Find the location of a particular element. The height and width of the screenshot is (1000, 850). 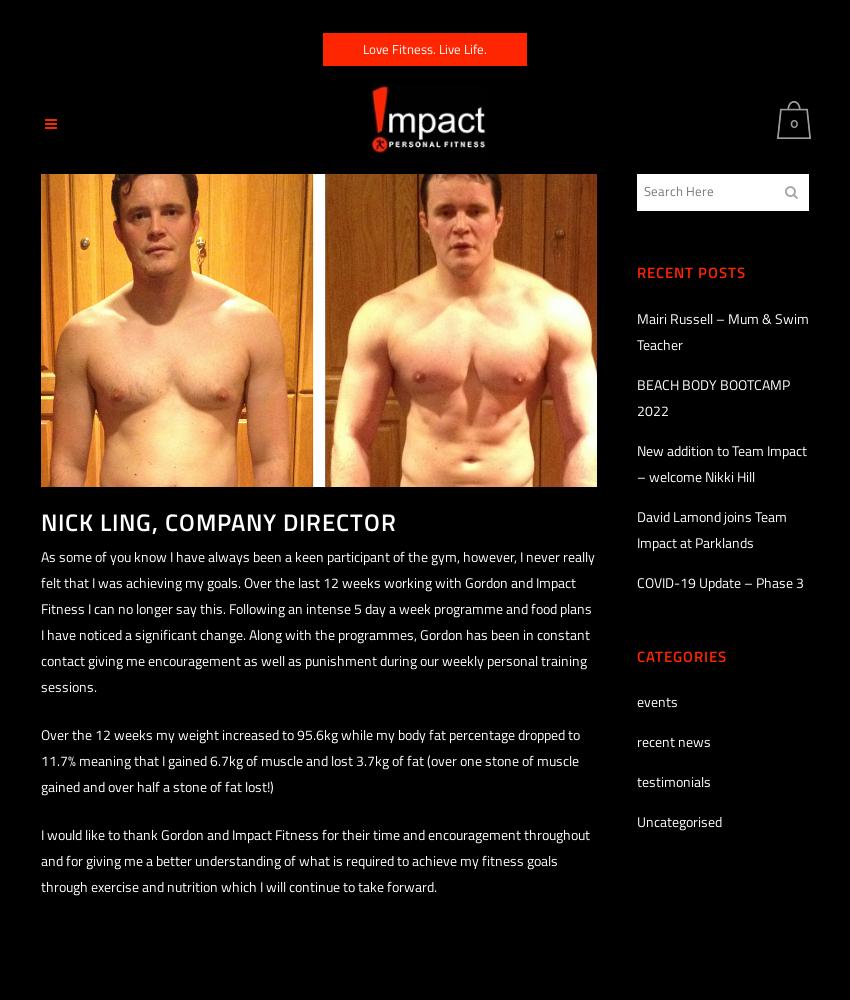

'Total:' is located at coordinates (742, 253).